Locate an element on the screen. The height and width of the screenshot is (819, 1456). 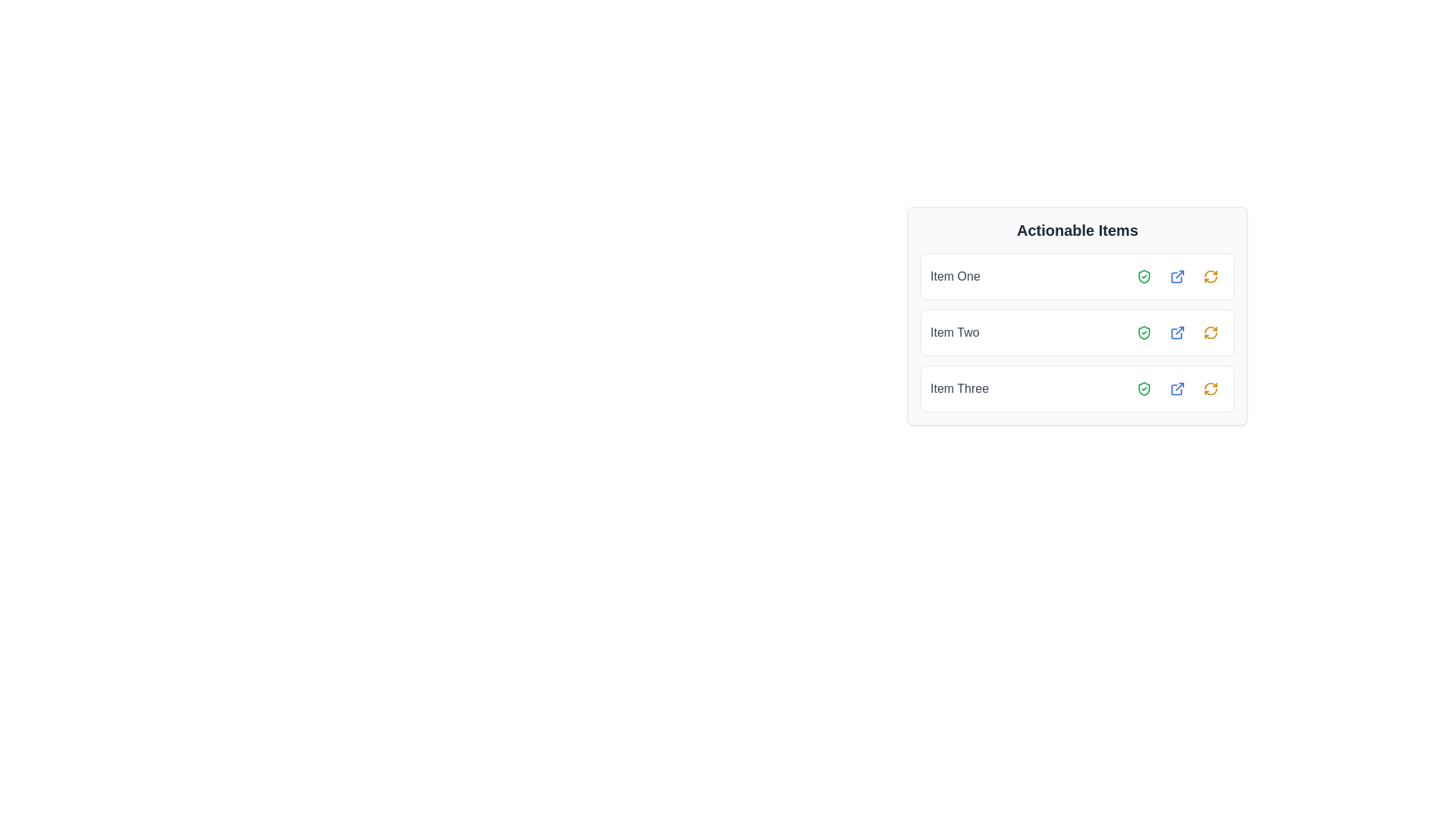
the first External link icon button located to the right of the text 'Item One' in the 'Actionable Items' section is located at coordinates (1177, 277).